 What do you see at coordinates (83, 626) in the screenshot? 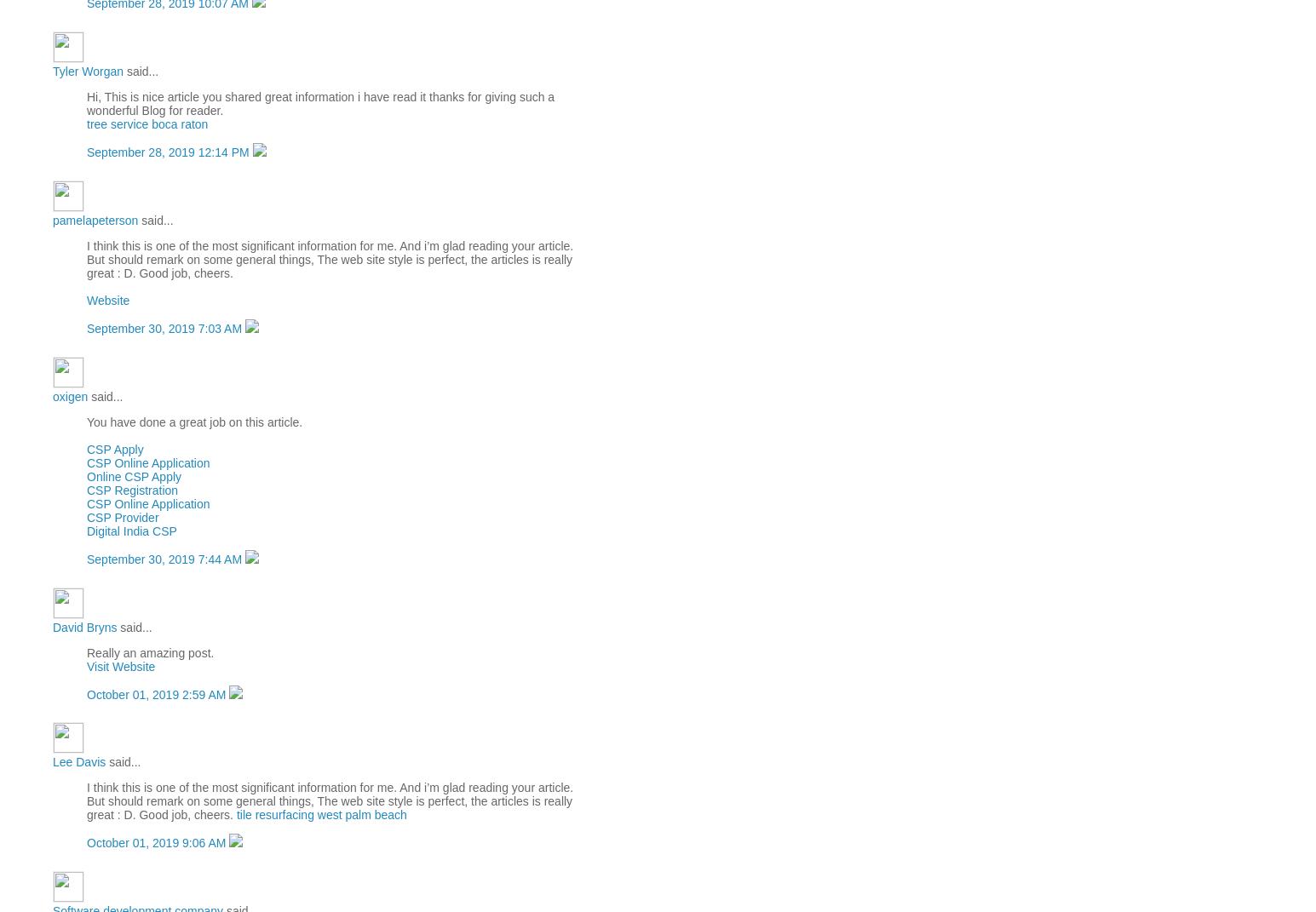
I see `'David Bryns'` at bounding box center [83, 626].